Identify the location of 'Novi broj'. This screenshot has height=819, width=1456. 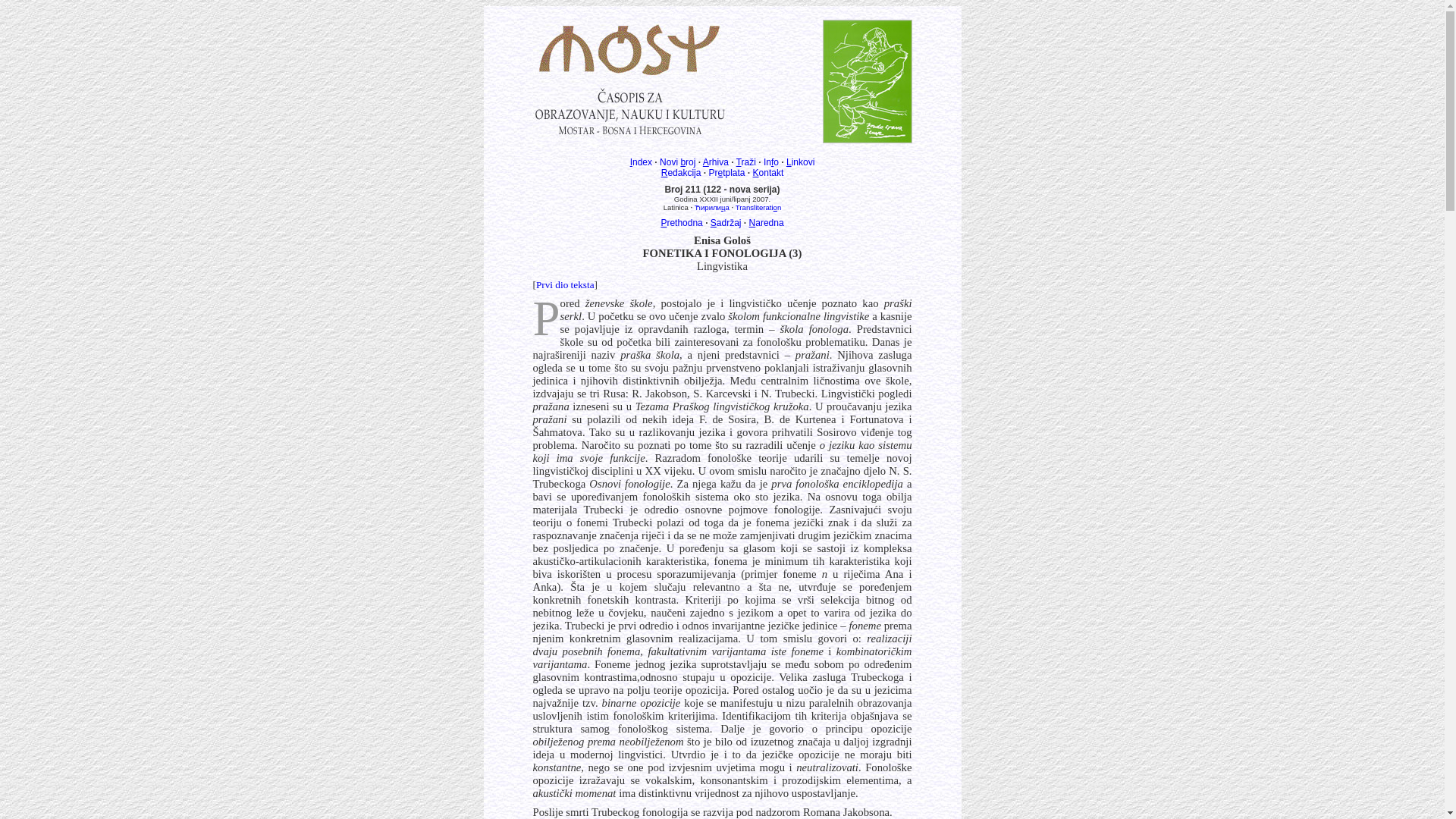
(659, 162).